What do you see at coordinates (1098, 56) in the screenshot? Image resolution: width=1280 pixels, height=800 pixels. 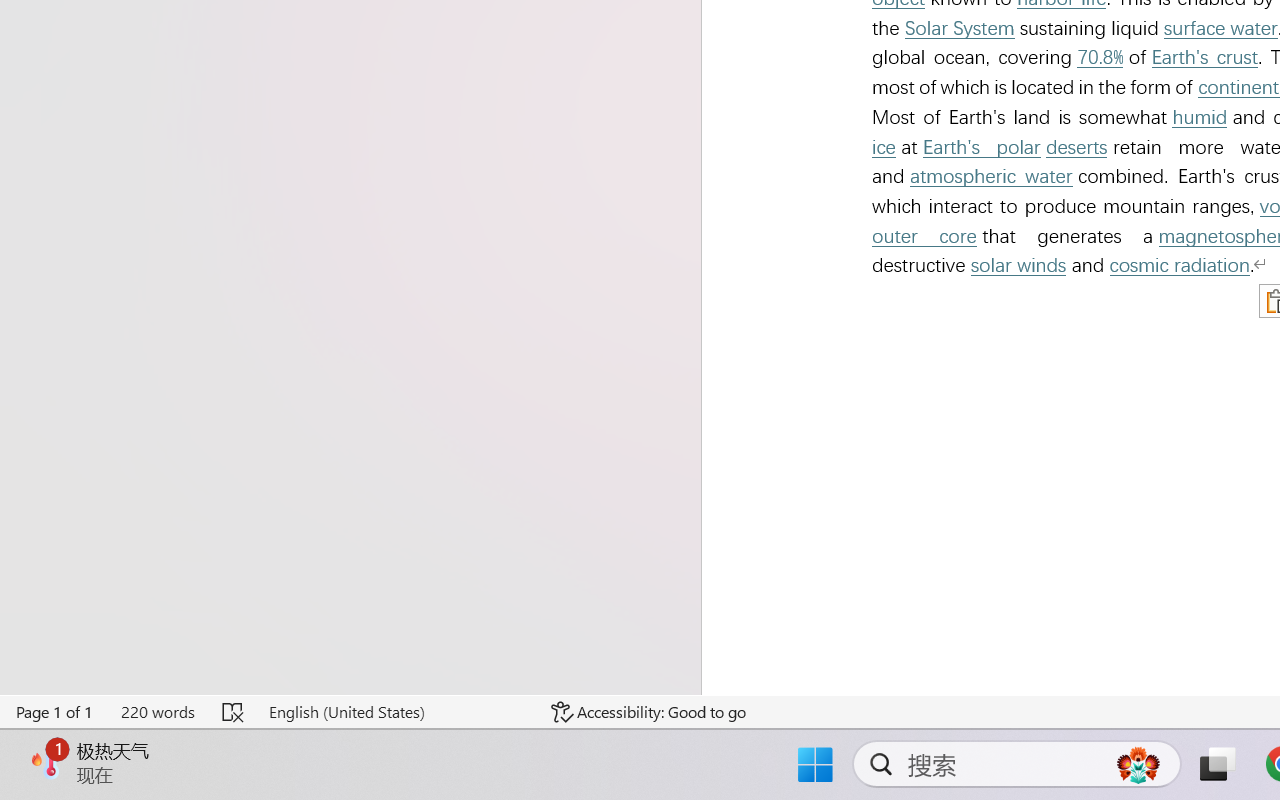 I see `'70.8%'` at bounding box center [1098, 56].